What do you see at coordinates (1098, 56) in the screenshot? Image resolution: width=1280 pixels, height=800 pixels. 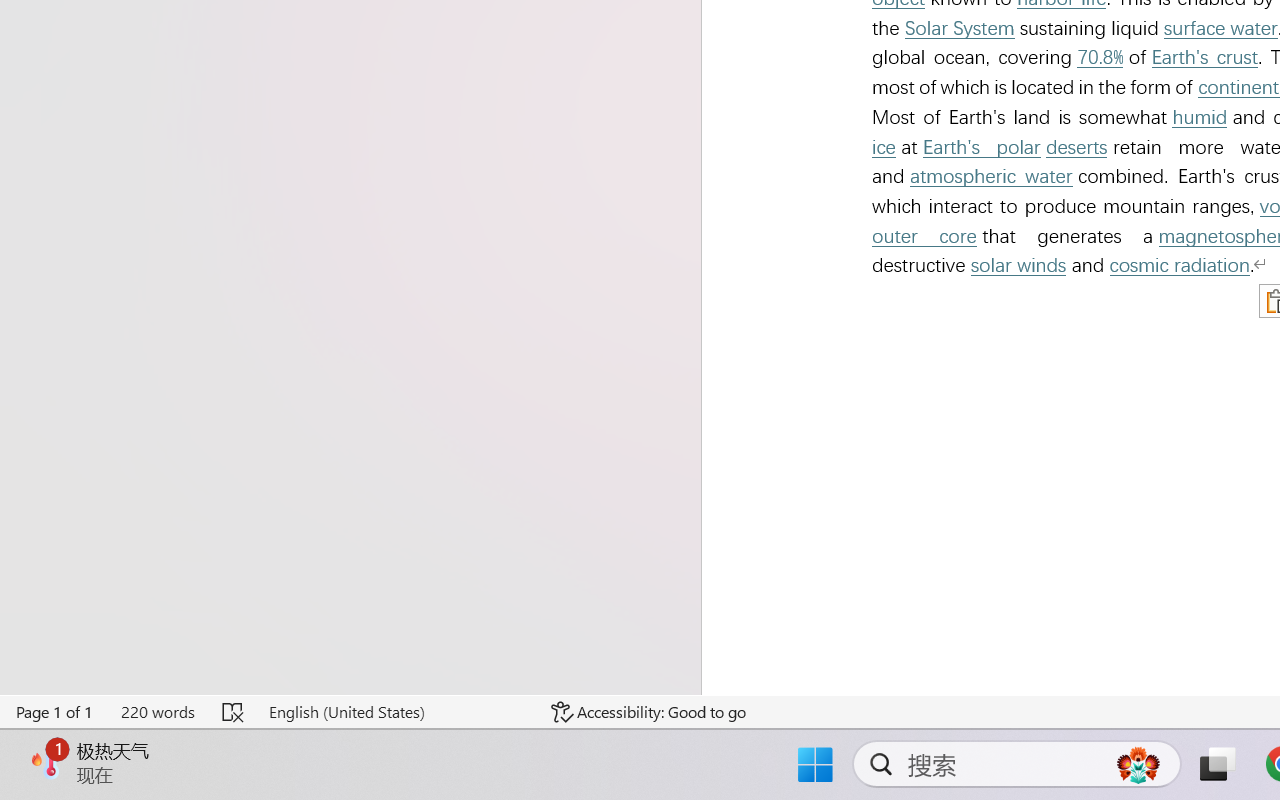 I see `'70.8%'` at bounding box center [1098, 56].